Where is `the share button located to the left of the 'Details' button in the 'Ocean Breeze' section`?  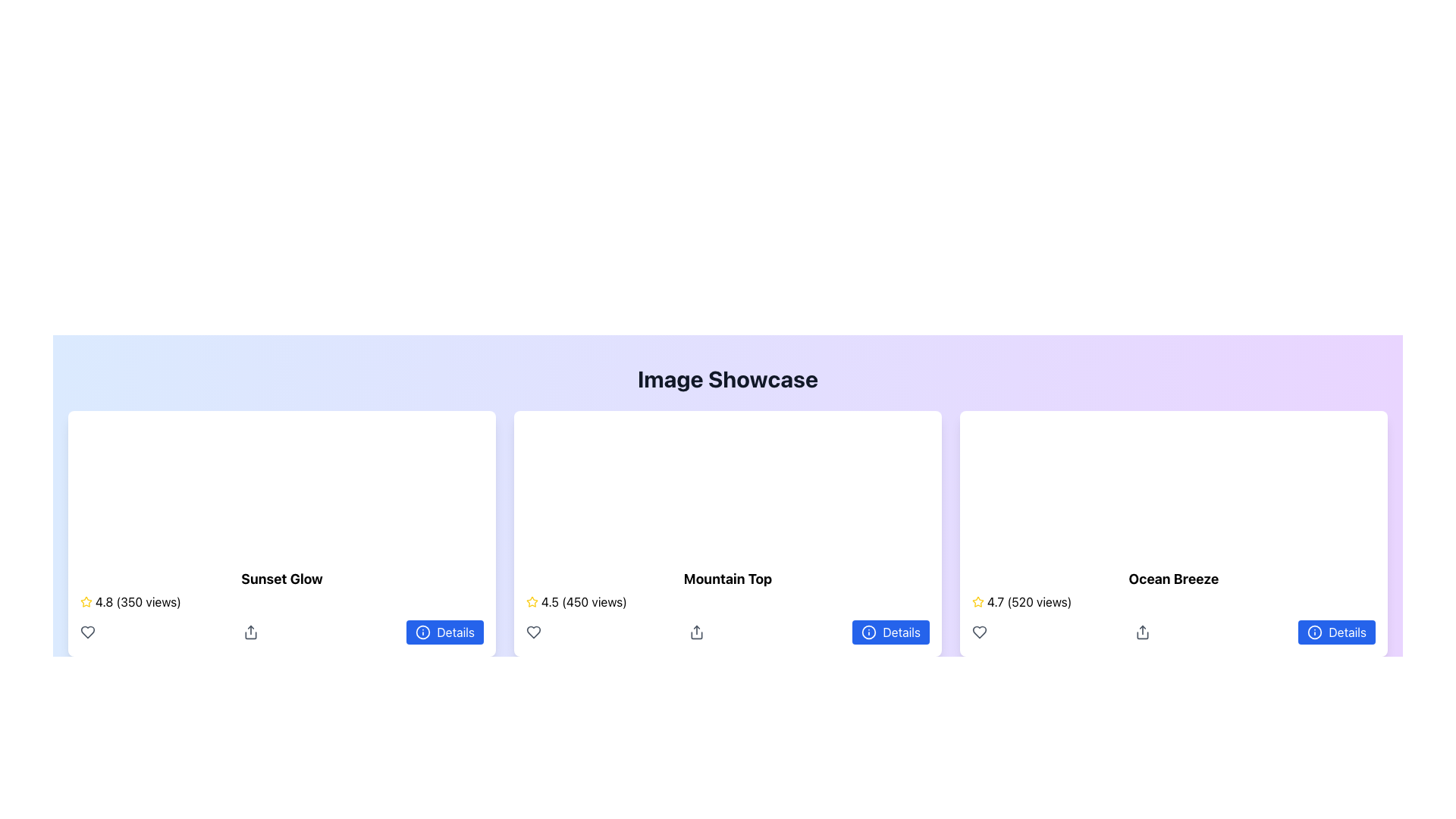 the share button located to the left of the 'Details' button in the 'Ocean Breeze' section is located at coordinates (1143, 632).